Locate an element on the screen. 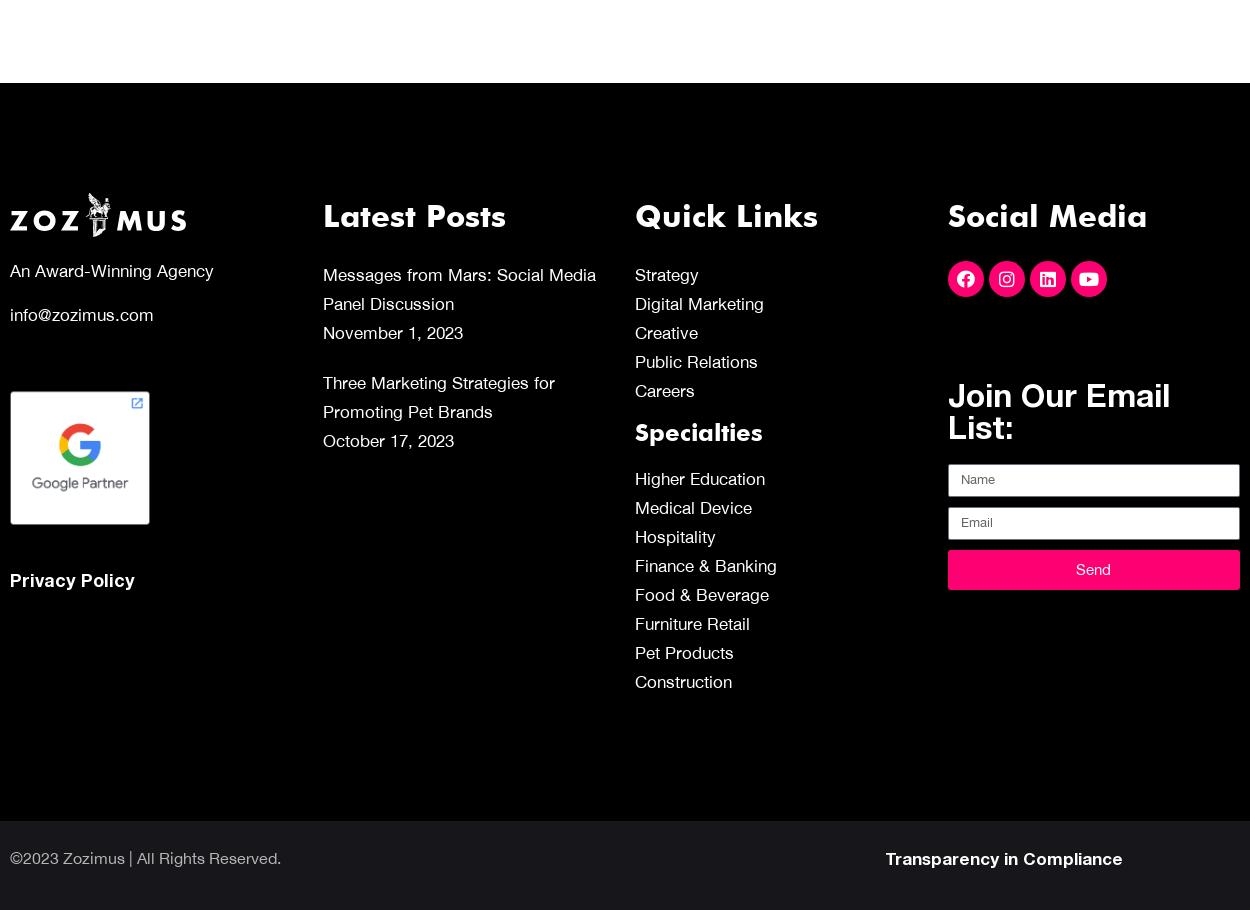 The height and width of the screenshot is (910, 1250). 'Privacy Policy' is located at coordinates (71, 580).